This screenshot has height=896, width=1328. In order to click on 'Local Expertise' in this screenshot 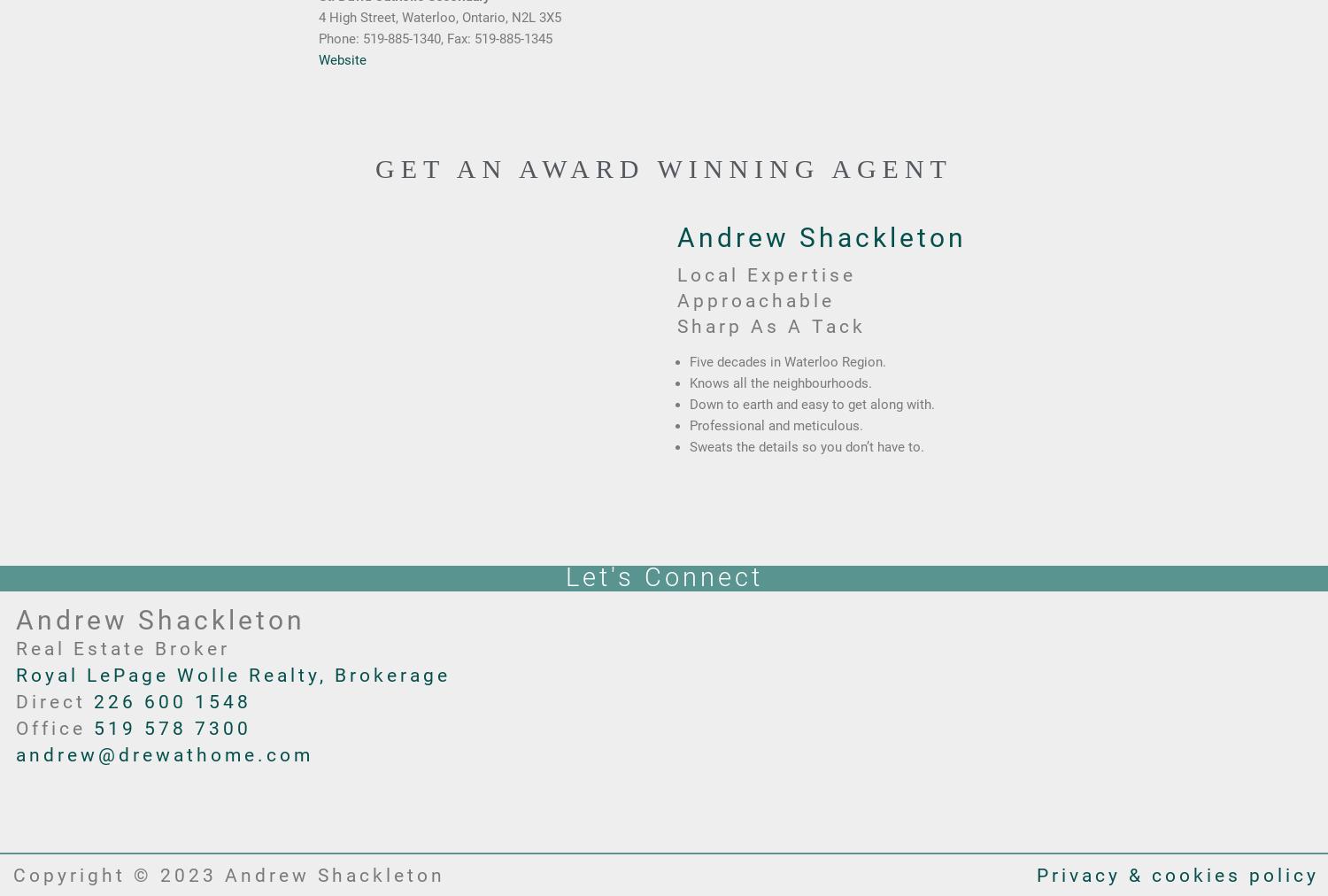, I will do `click(765, 273)`.